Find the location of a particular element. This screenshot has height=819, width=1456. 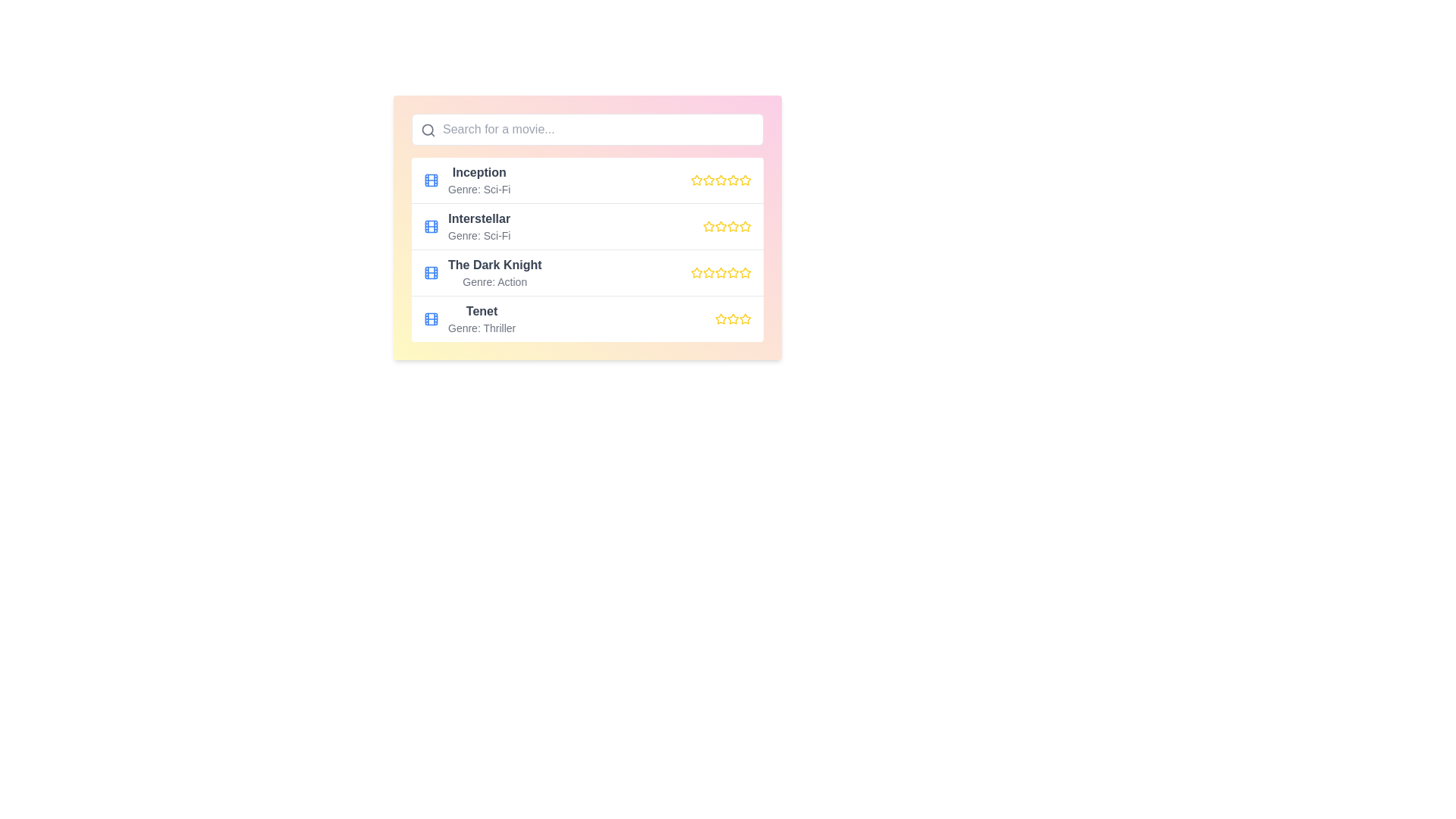

the fifth Rating Star Icon, which is yellow and outlined, located to the right of the movie title 'Inception' is located at coordinates (745, 180).